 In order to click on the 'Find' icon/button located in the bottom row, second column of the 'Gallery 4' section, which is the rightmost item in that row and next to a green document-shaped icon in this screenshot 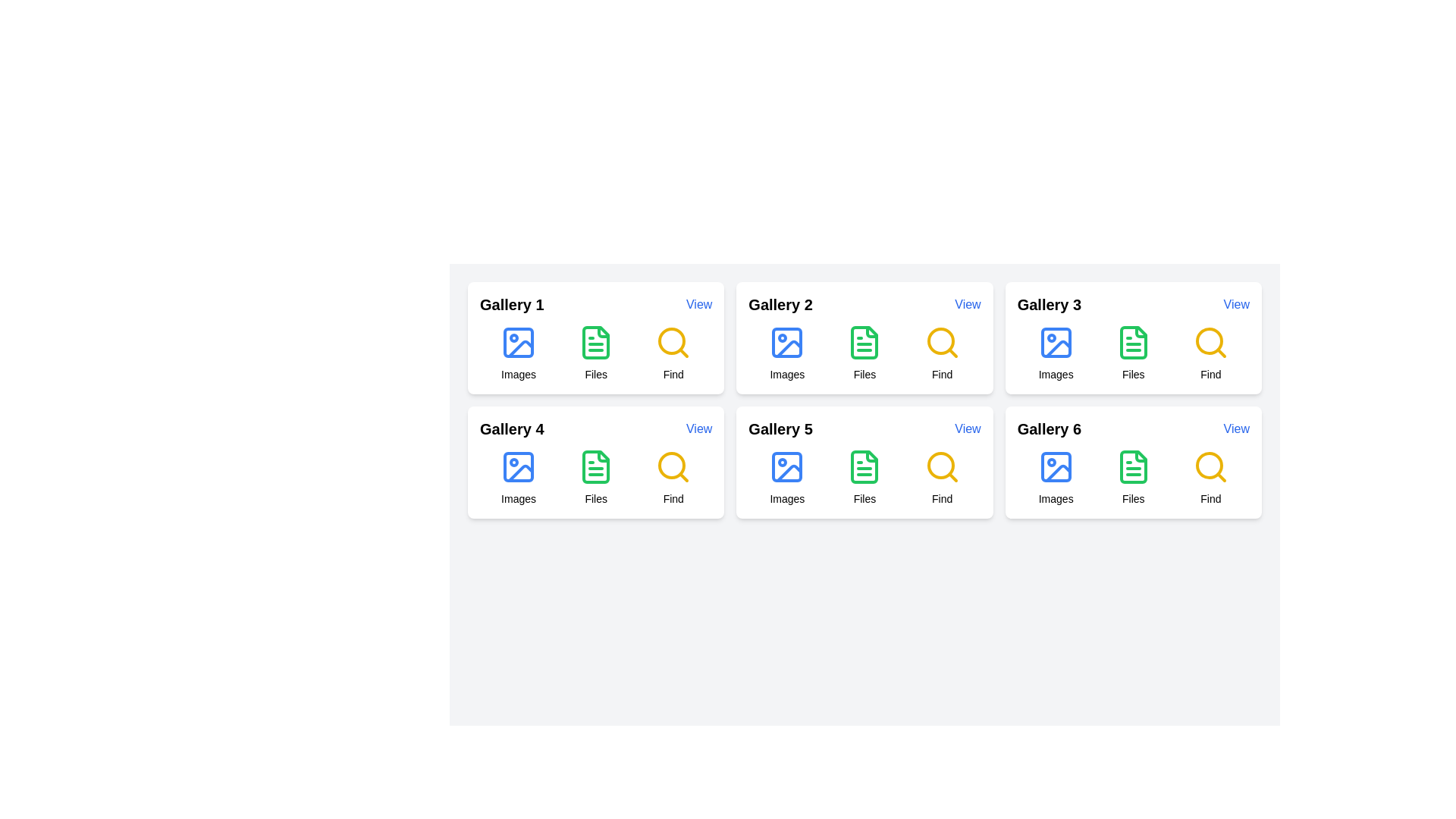, I will do `click(671, 464)`.